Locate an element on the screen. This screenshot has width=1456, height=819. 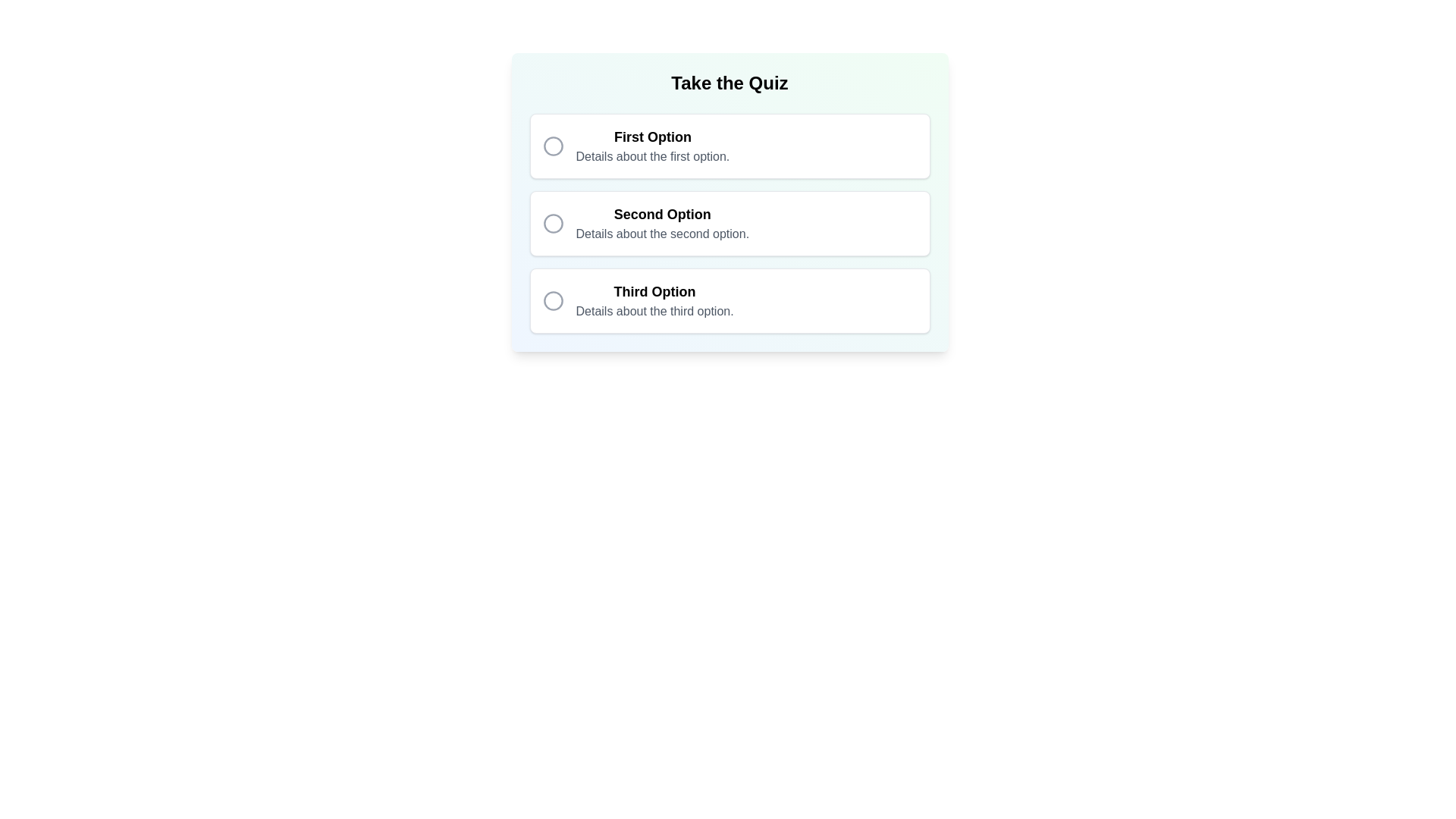
the text segment 'First Option' which is part of the quiz options is located at coordinates (652, 146).